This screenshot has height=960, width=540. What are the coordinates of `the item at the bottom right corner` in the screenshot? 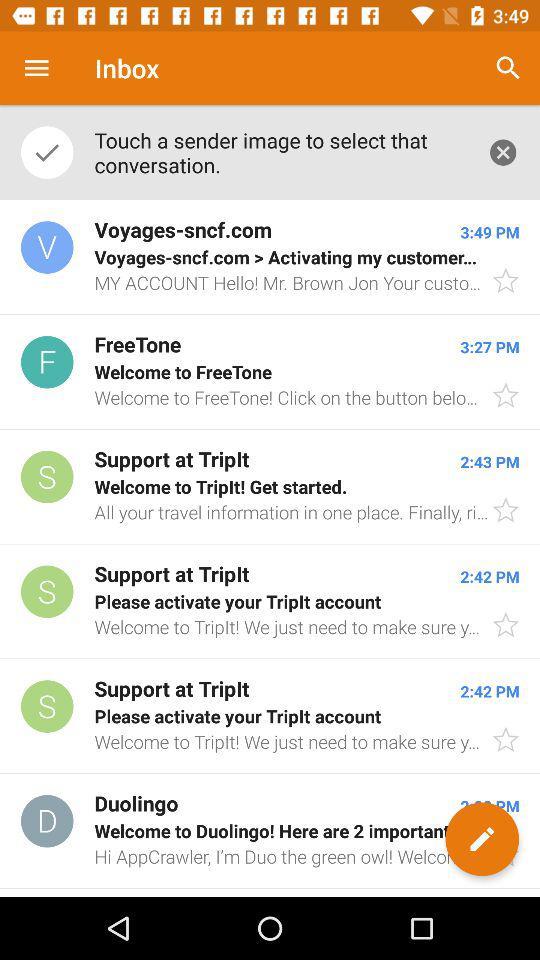 It's located at (481, 839).